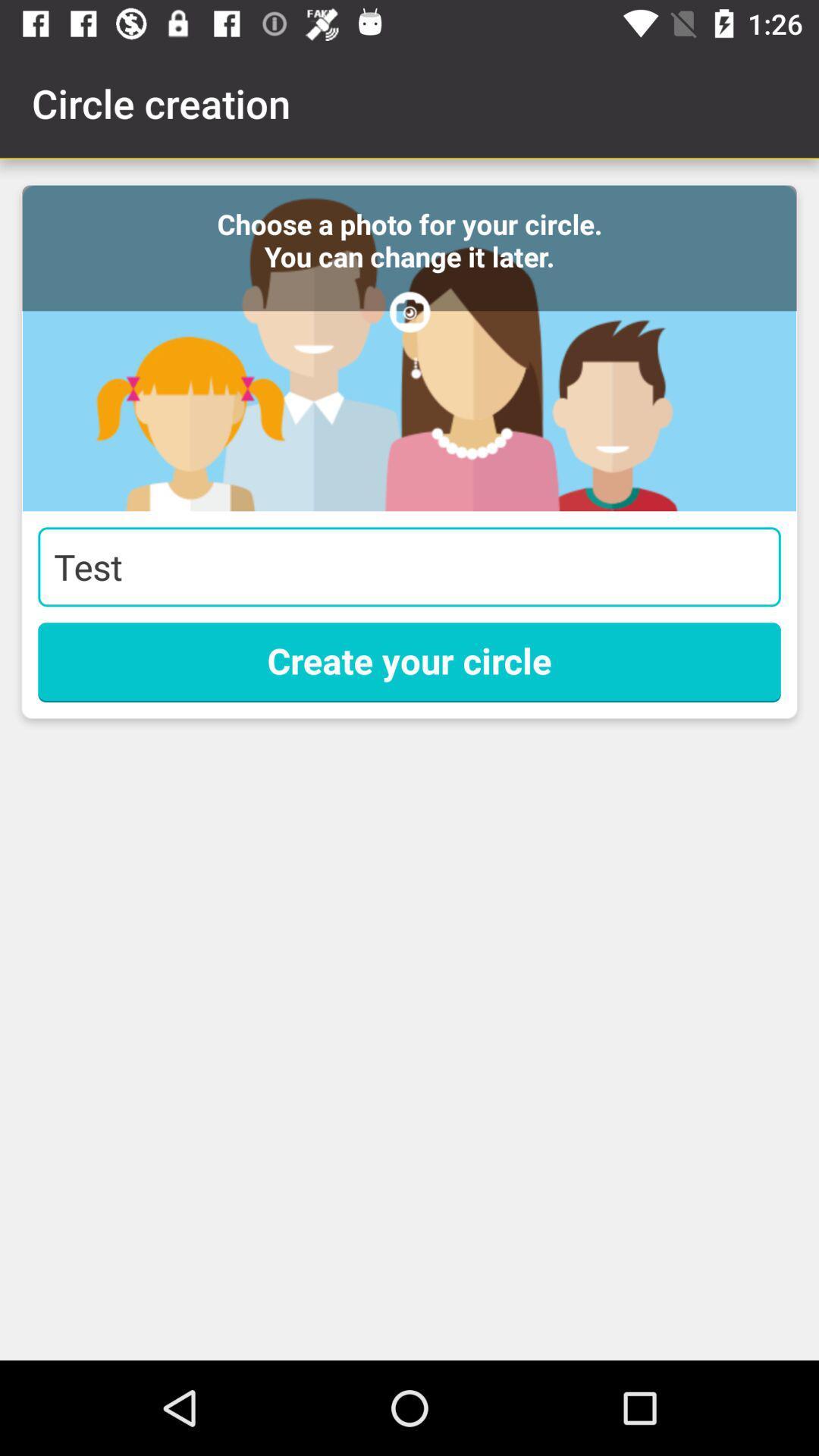 The width and height of the screenshot is (819, 1456). What do you see at coordinates (409, 566) in the screenshot?
I see `item above the create your circle item` at bounding box center [409, 566].